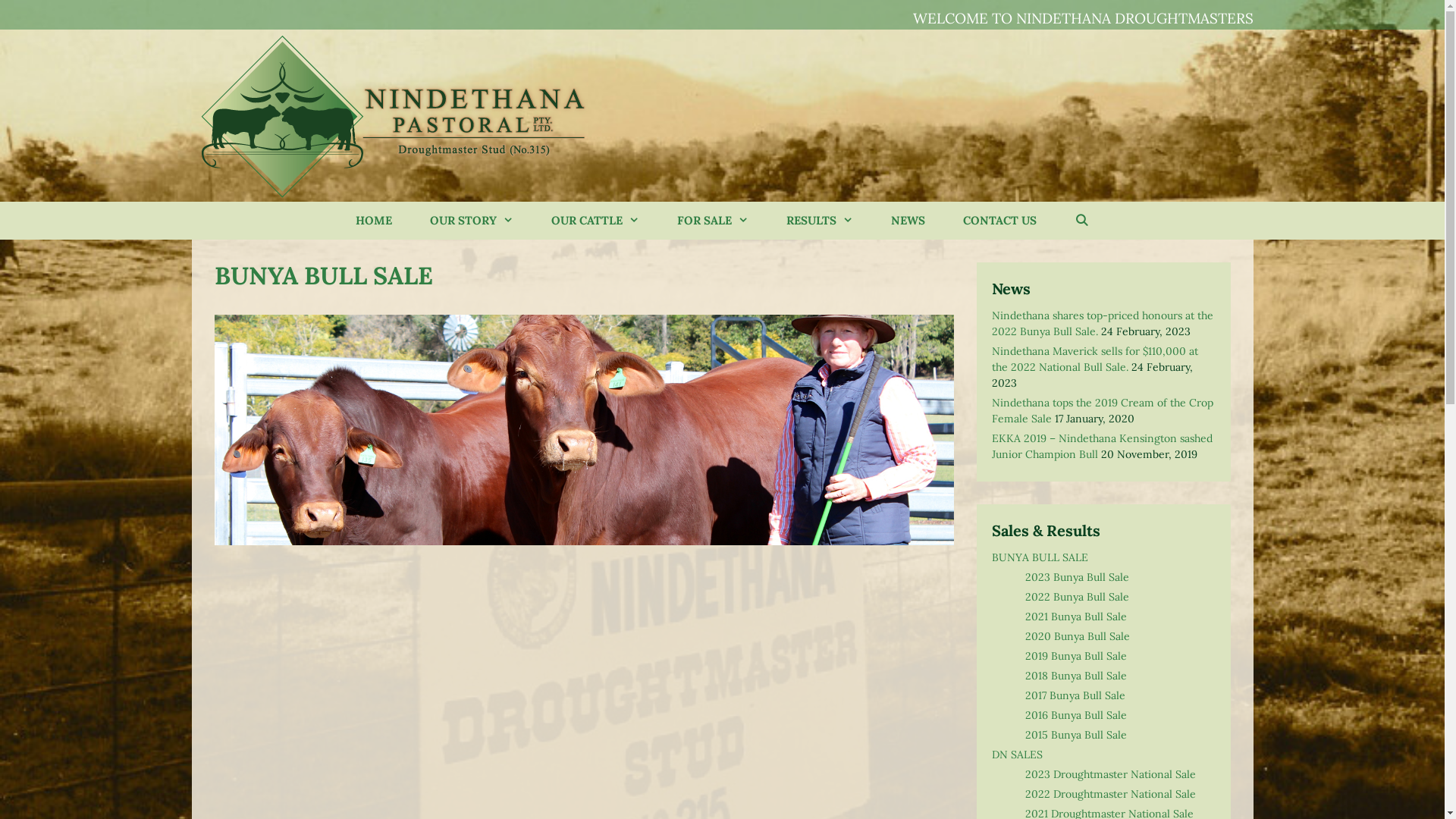 The image size is (1456, 819). What do you see at coordinates (1103, 410) in the screenshot?
I see `'Nindethana tops the 2019 Cream of the Crop Female Sale'` at bounding box center [1103, 410].